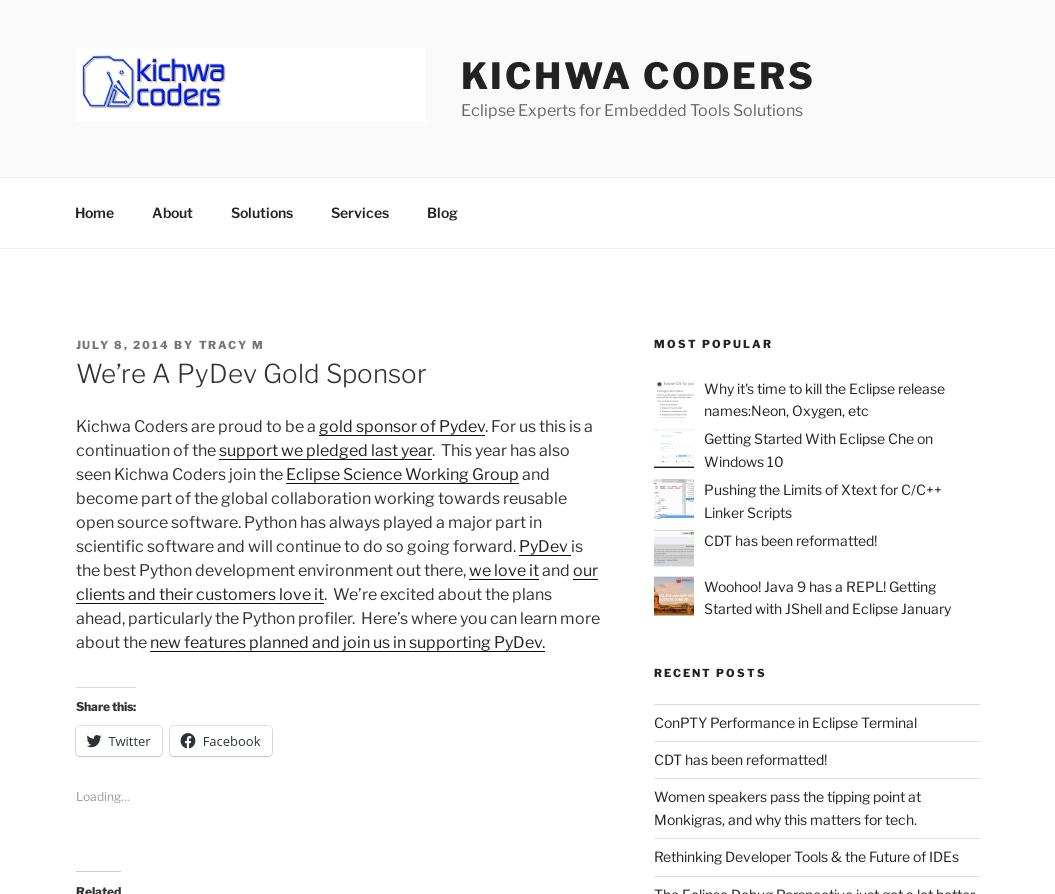 The image size is (1055, 894). I want to click on 'Share this:', so click(103, 704).